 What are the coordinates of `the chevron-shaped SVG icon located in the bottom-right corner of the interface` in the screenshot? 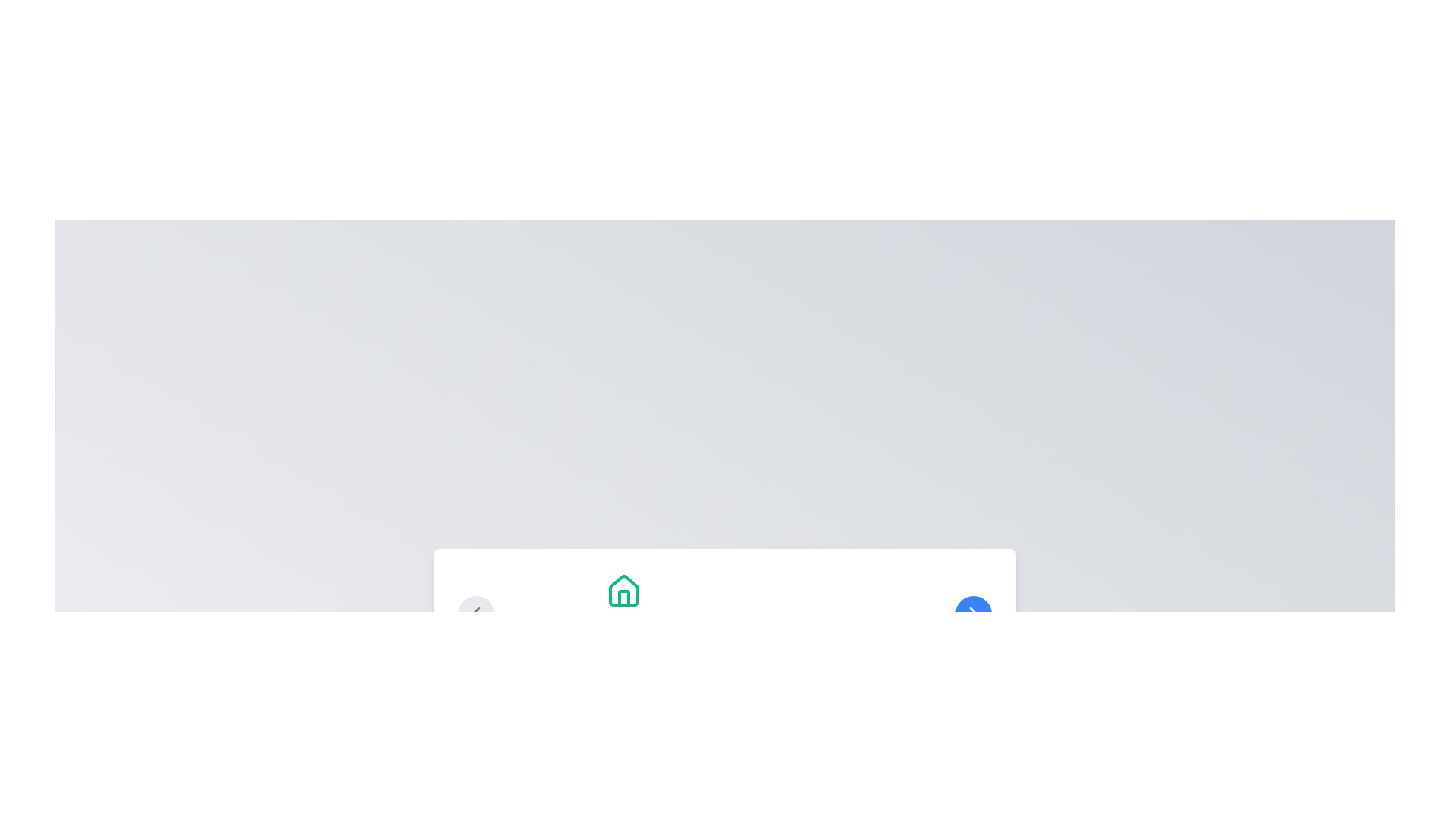 It's located at (973, 614).